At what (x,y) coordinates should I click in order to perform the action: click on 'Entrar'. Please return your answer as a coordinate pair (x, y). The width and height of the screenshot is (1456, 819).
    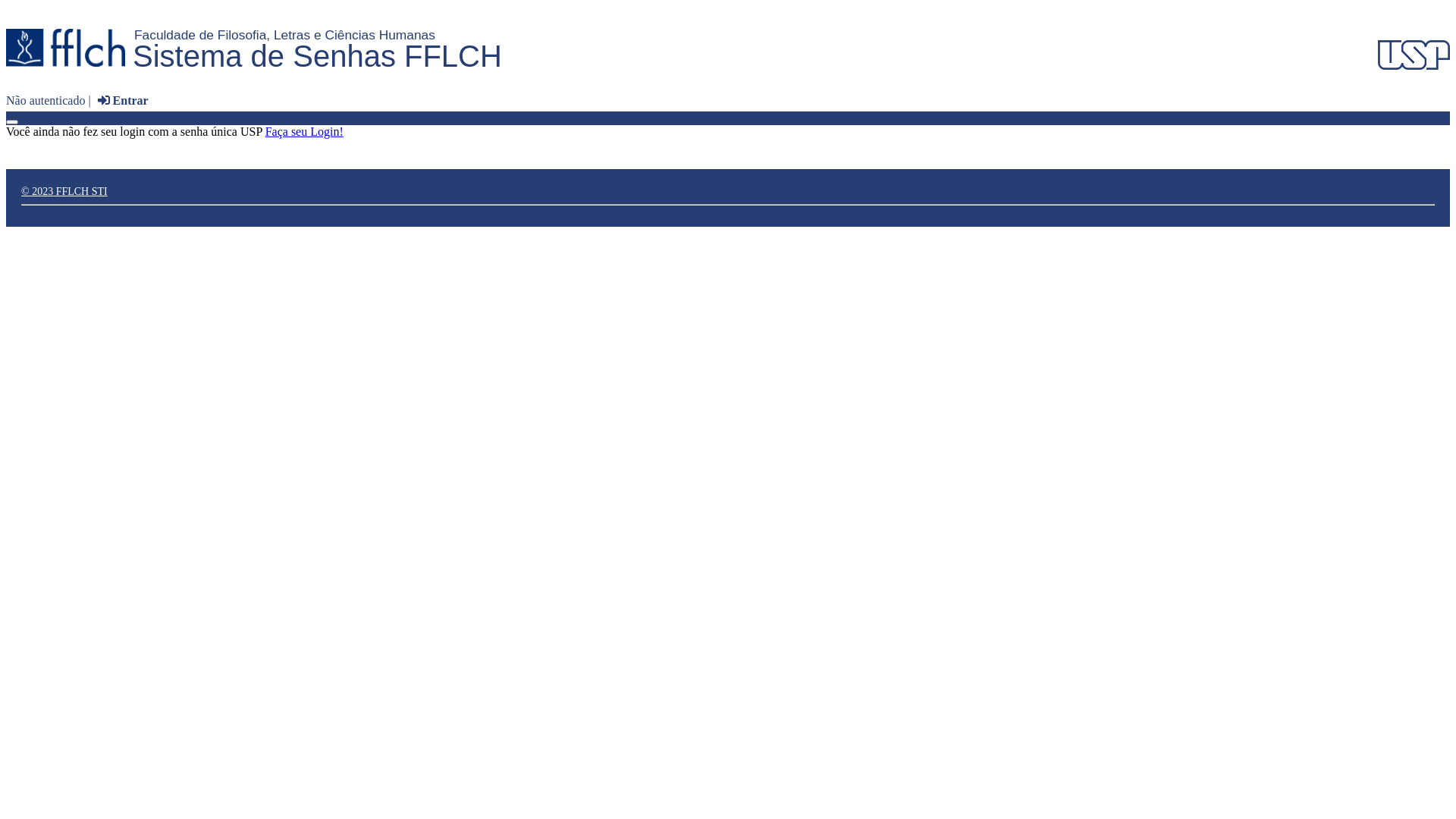
    Looking at the image, I should click on (120, 100).